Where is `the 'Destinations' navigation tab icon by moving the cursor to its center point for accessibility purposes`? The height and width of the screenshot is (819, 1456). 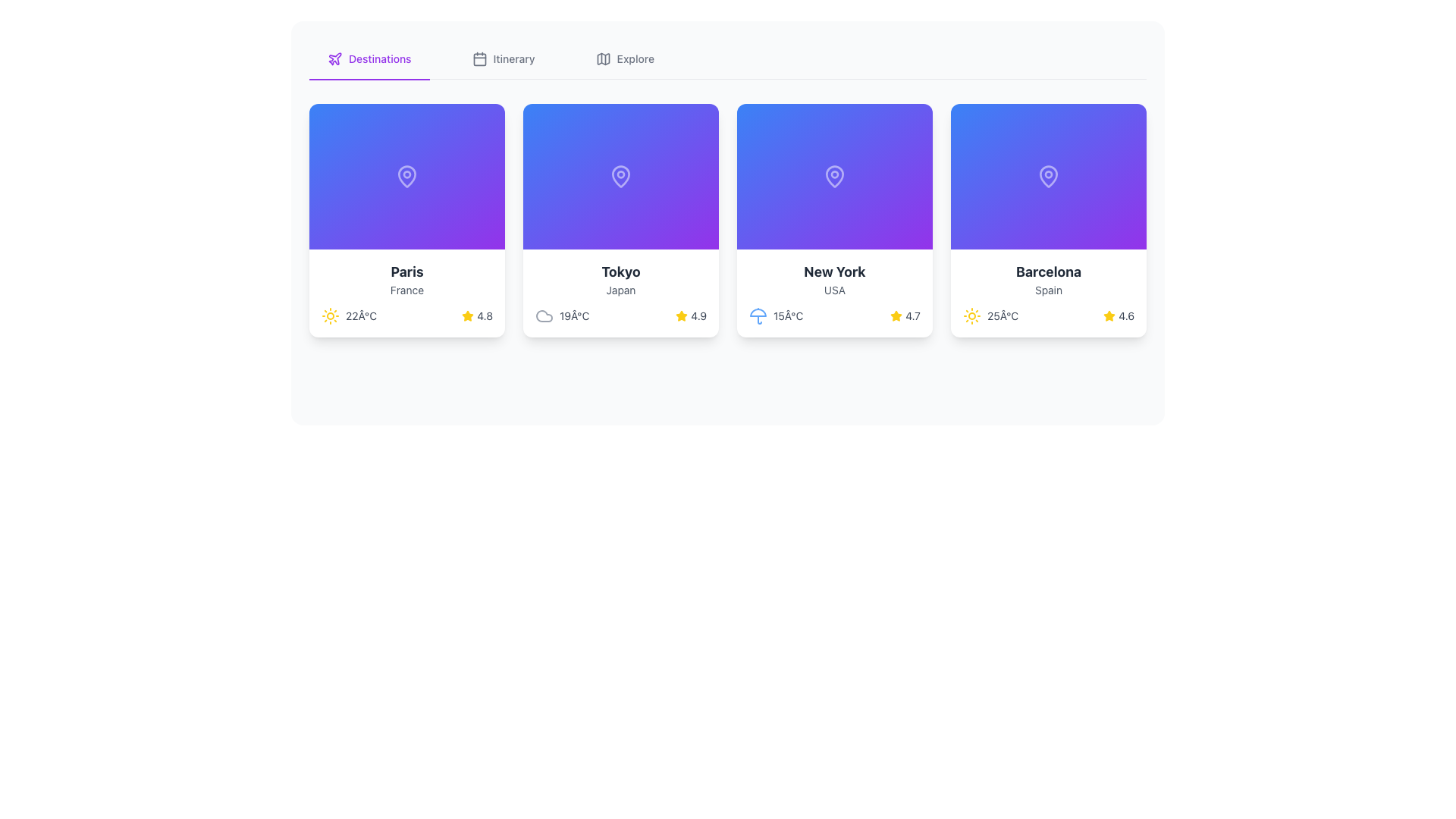
the 'Destinations' navigation tab icon by moving the cursor to its center point for accessibility purposes is located at coordinates (334, 58).